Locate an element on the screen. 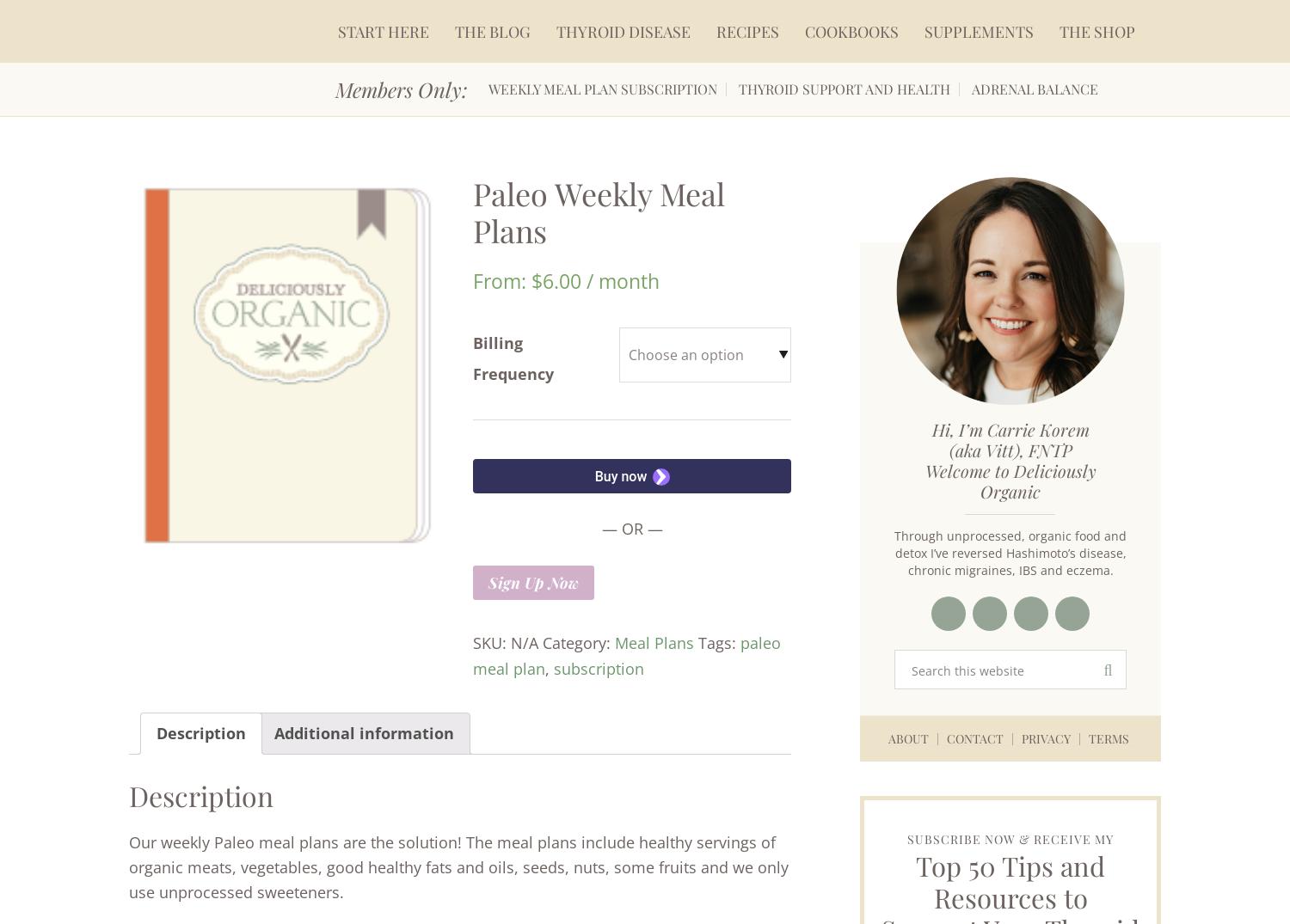 Image resolution: width=1290 pixels, height=924 pixels. 'The Blog' is located at coordinates (492, 30).